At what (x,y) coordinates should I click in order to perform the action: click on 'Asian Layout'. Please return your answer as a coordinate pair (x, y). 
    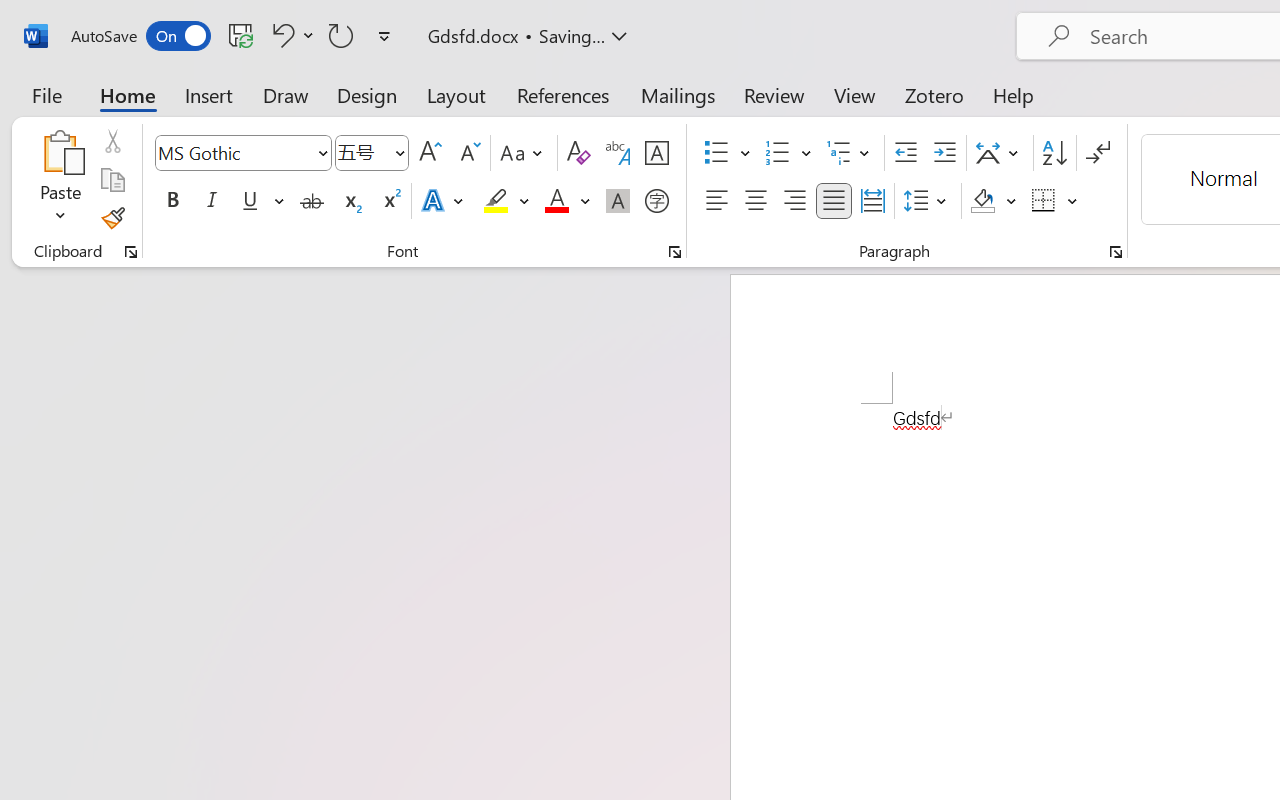
    Looking at the image, I should click on (1000, 153).